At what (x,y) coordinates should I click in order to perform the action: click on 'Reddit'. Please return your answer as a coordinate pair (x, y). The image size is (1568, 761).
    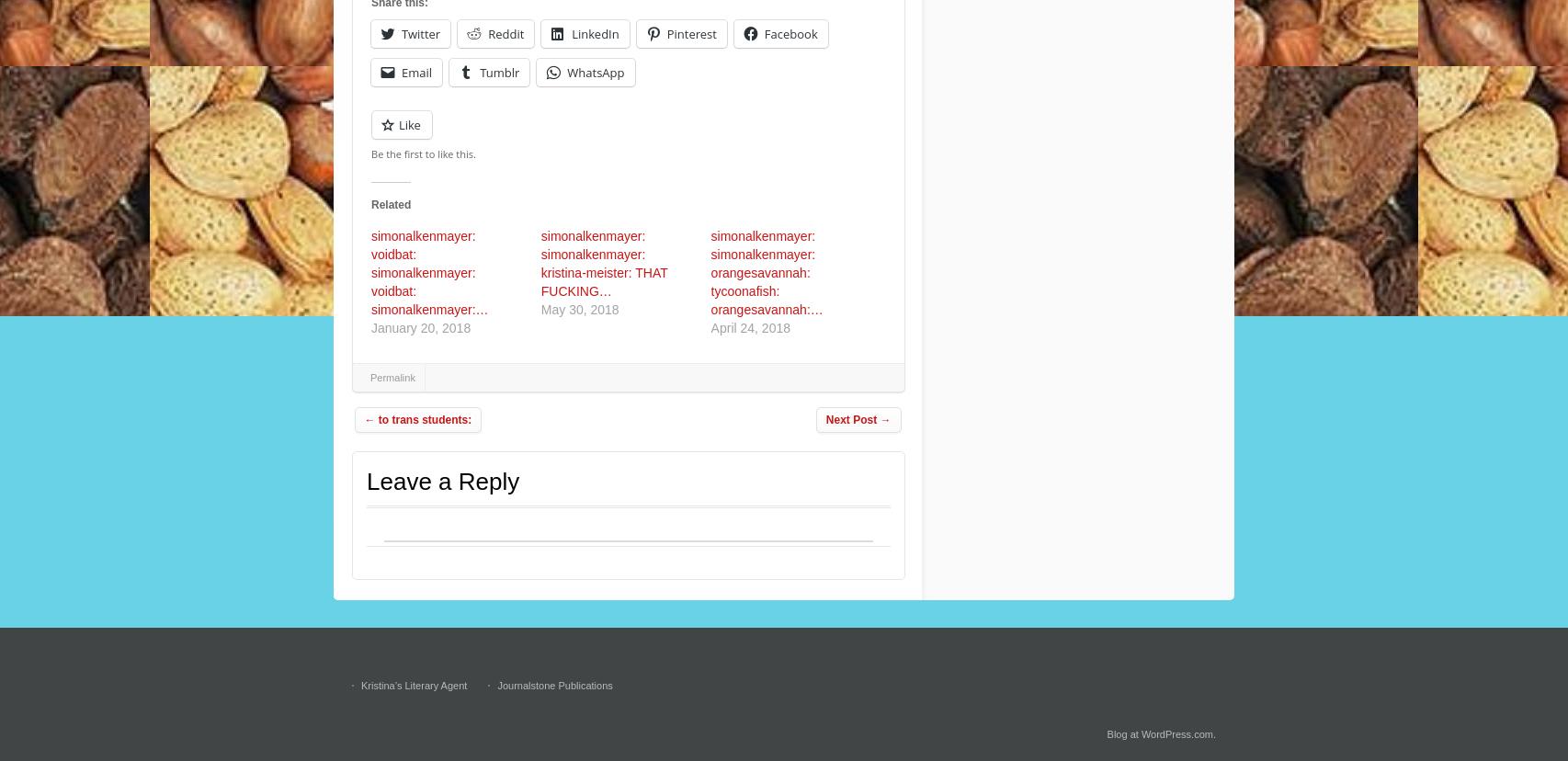
    Looking at the image, I should click on (505, 33).